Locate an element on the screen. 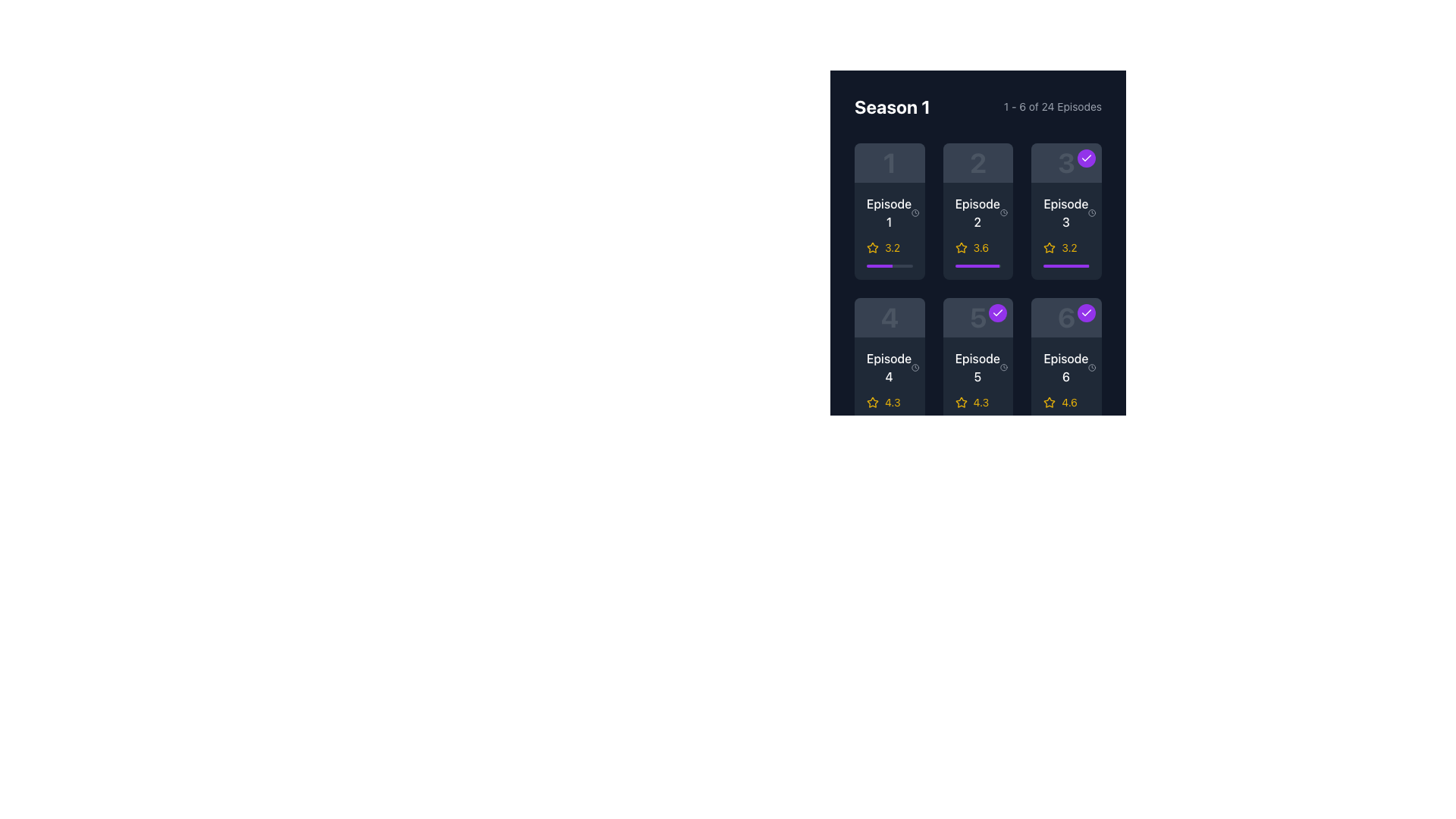 The width and height of the screenshot is (1456, 819). the small clock icon located to the left of the text '42 min' in the footer section of the card for Episode 1 in the first row and first column of the grid layout is located at coordinates (915, 213).